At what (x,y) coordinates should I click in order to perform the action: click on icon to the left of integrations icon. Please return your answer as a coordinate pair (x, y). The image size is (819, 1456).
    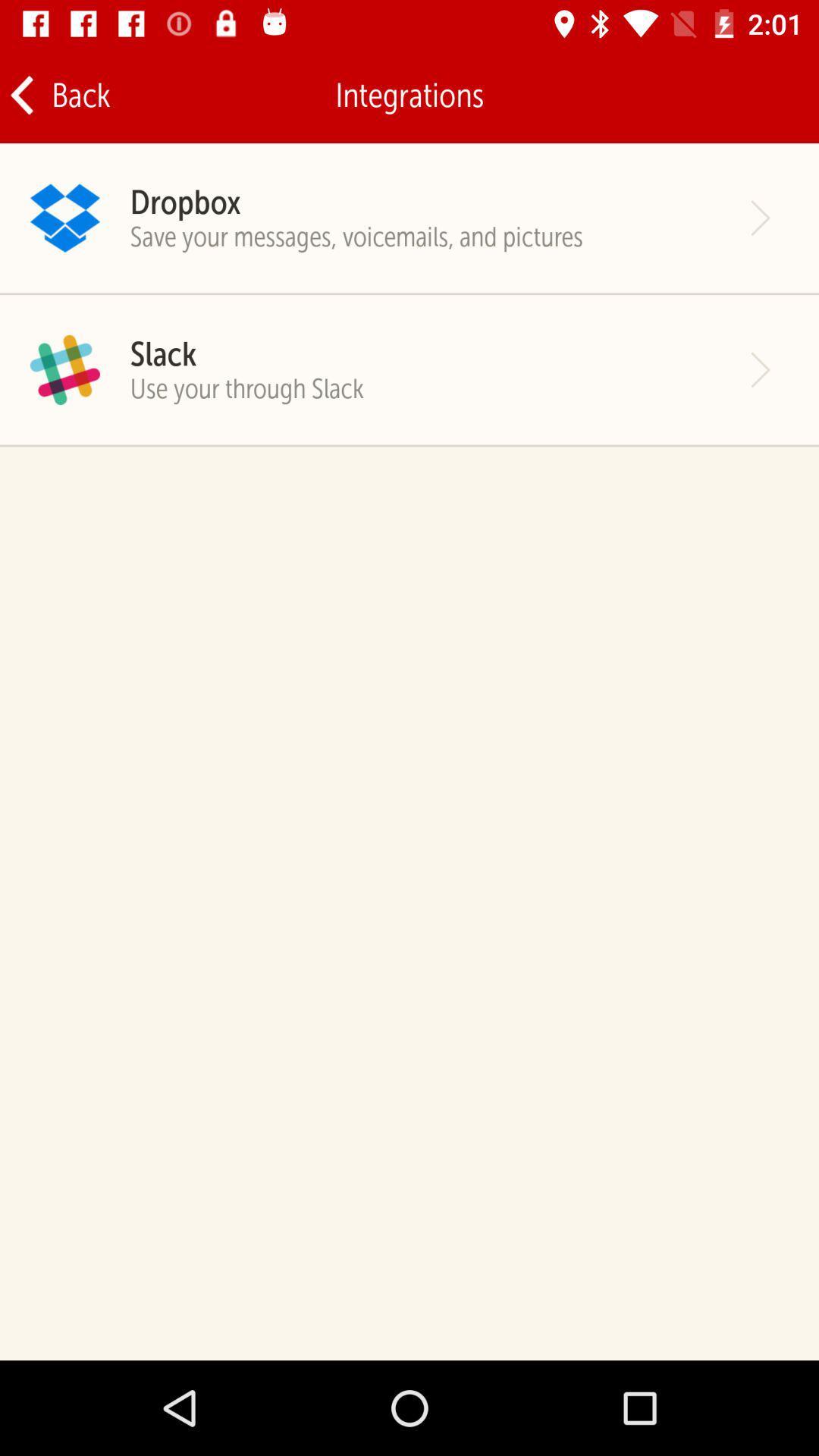
    Looking at the image, I should click on (58, 94).